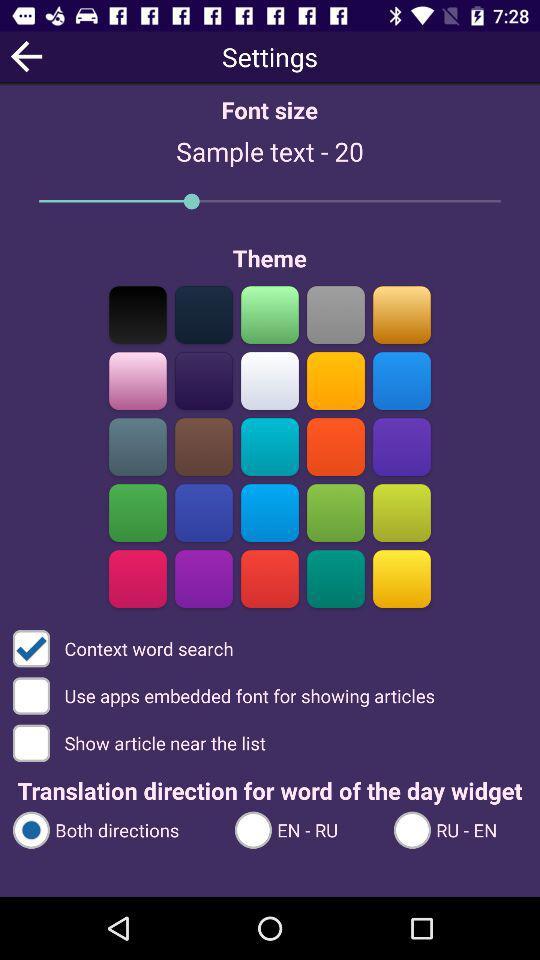 The width and height of the screenshot is (540, 960). Describe the element at coordinates (203, 578) in the screenshot. I see `change theme color` at that location.